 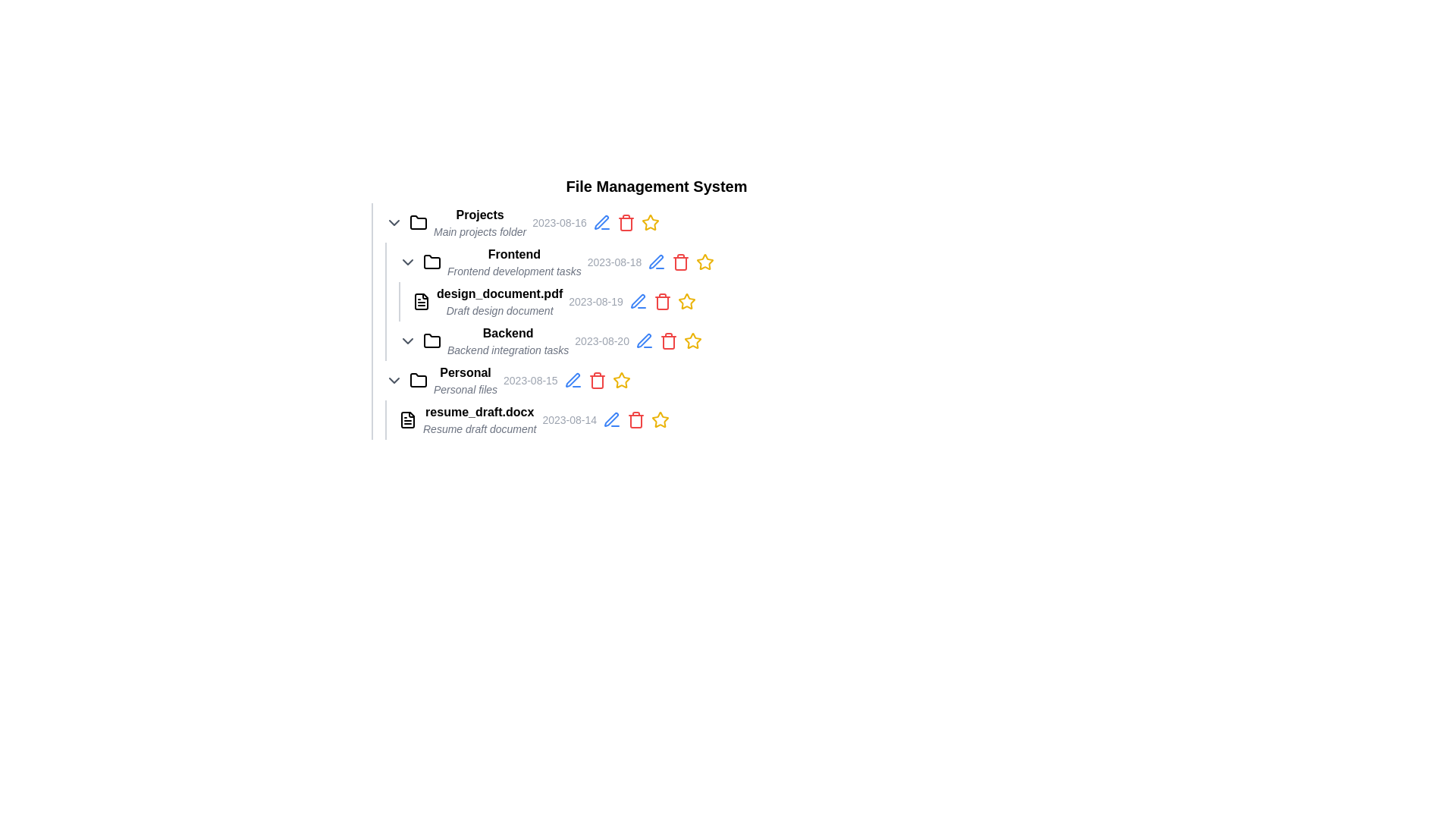 What do you see at coordinates (465, 388) in the screenshot?
I see `the Text label providing supplementary information about the 'Personal' folder, located immediately below the bold label 'Personal' in the folder structure` at bounding box center [465, 388].